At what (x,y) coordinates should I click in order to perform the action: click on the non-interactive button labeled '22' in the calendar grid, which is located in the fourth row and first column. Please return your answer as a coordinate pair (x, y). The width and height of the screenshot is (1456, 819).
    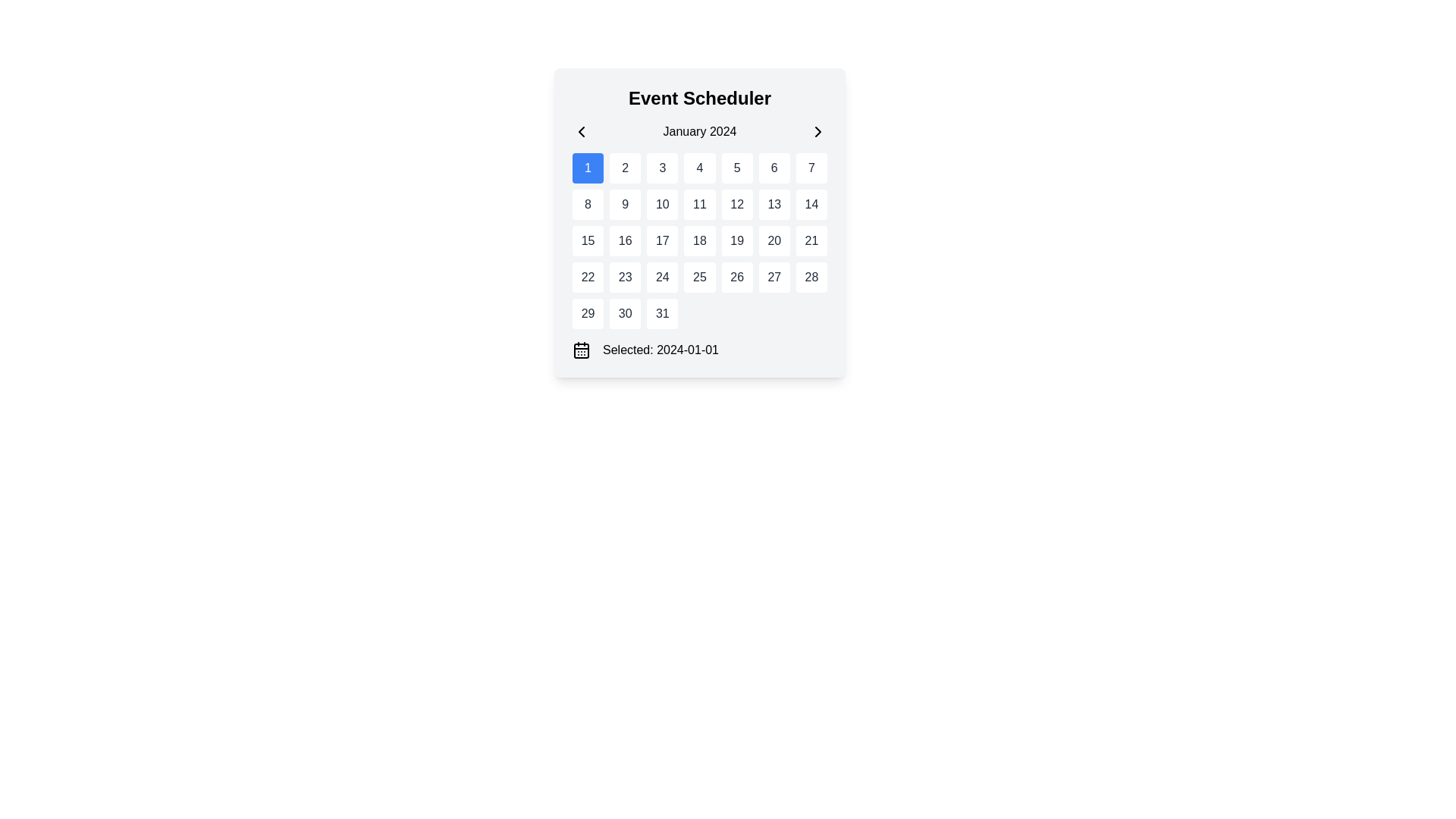
    Looking at the image, I should click on (587, 278).